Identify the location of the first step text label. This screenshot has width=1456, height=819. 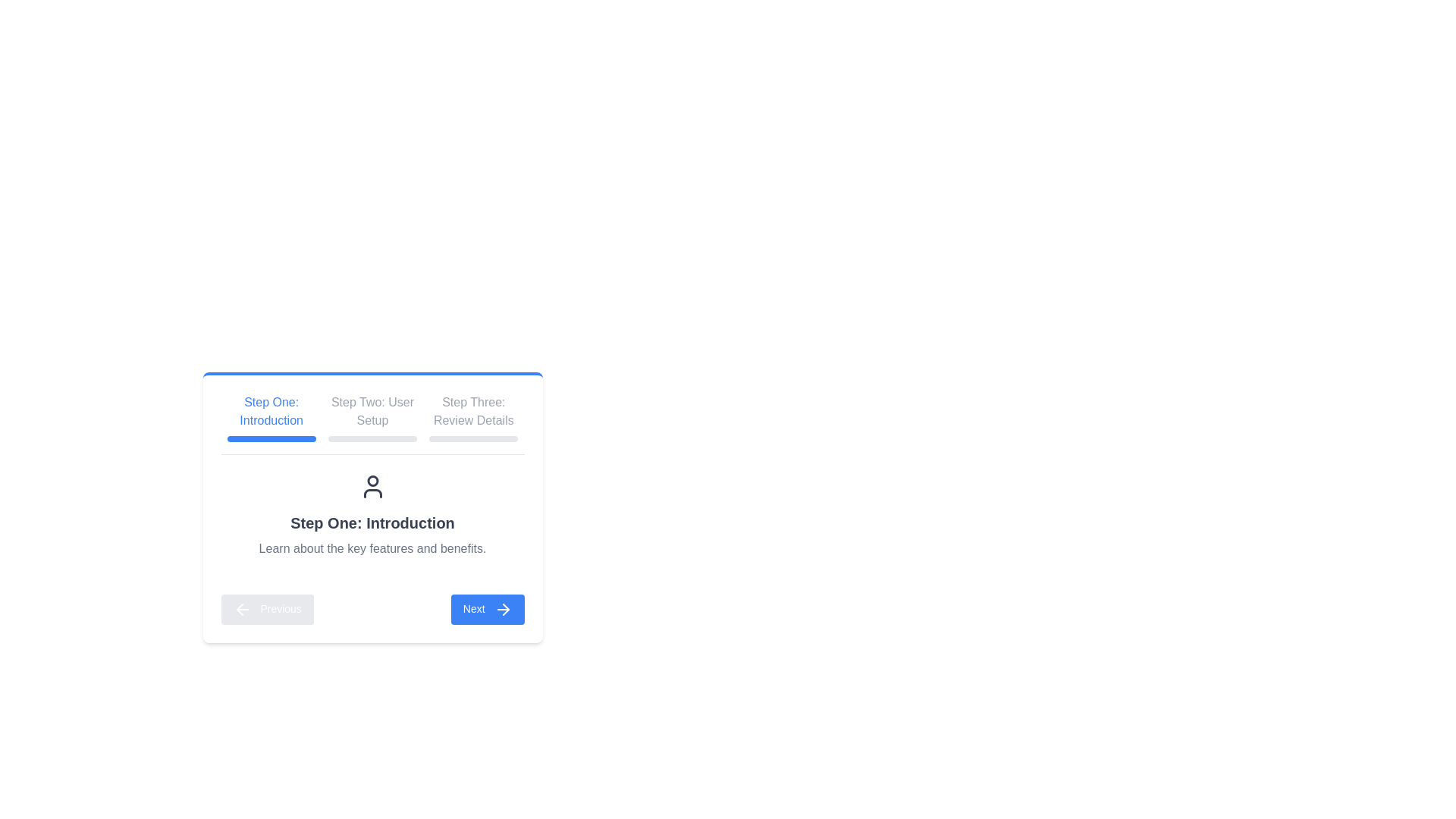
(271, 418).